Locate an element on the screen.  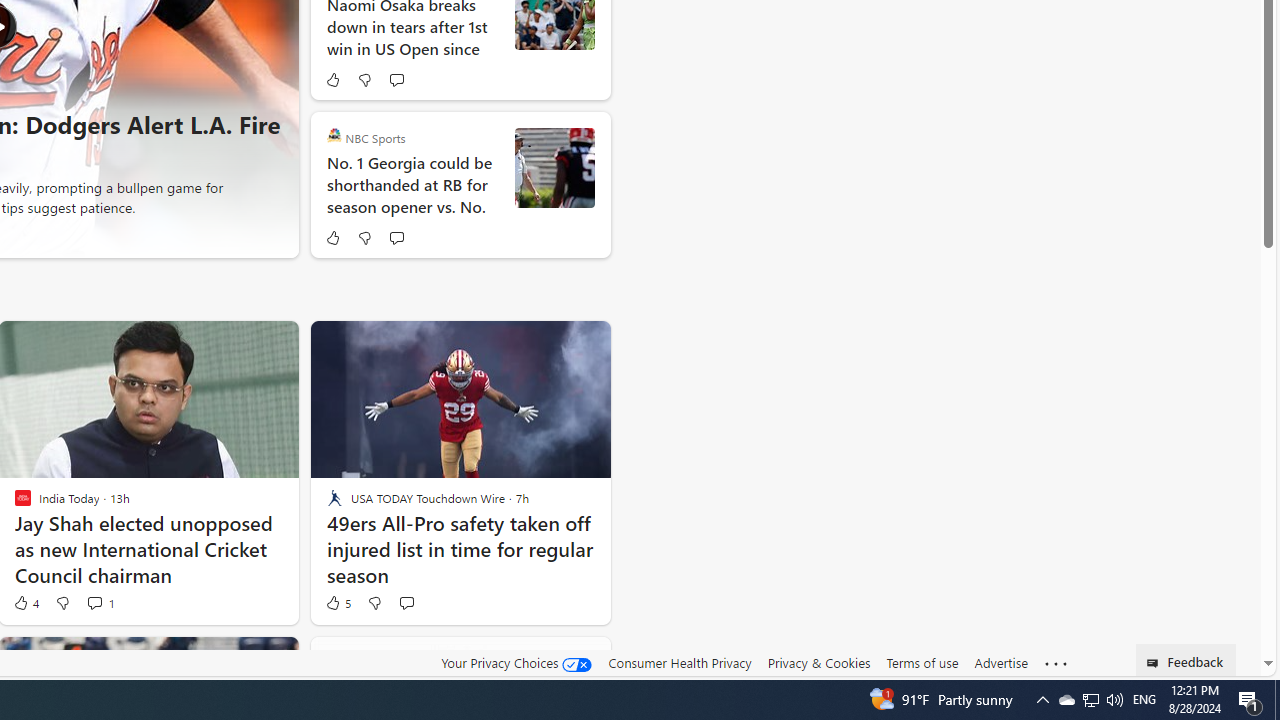
'View comments 1 Comment' is located at coordinates (93, 601).